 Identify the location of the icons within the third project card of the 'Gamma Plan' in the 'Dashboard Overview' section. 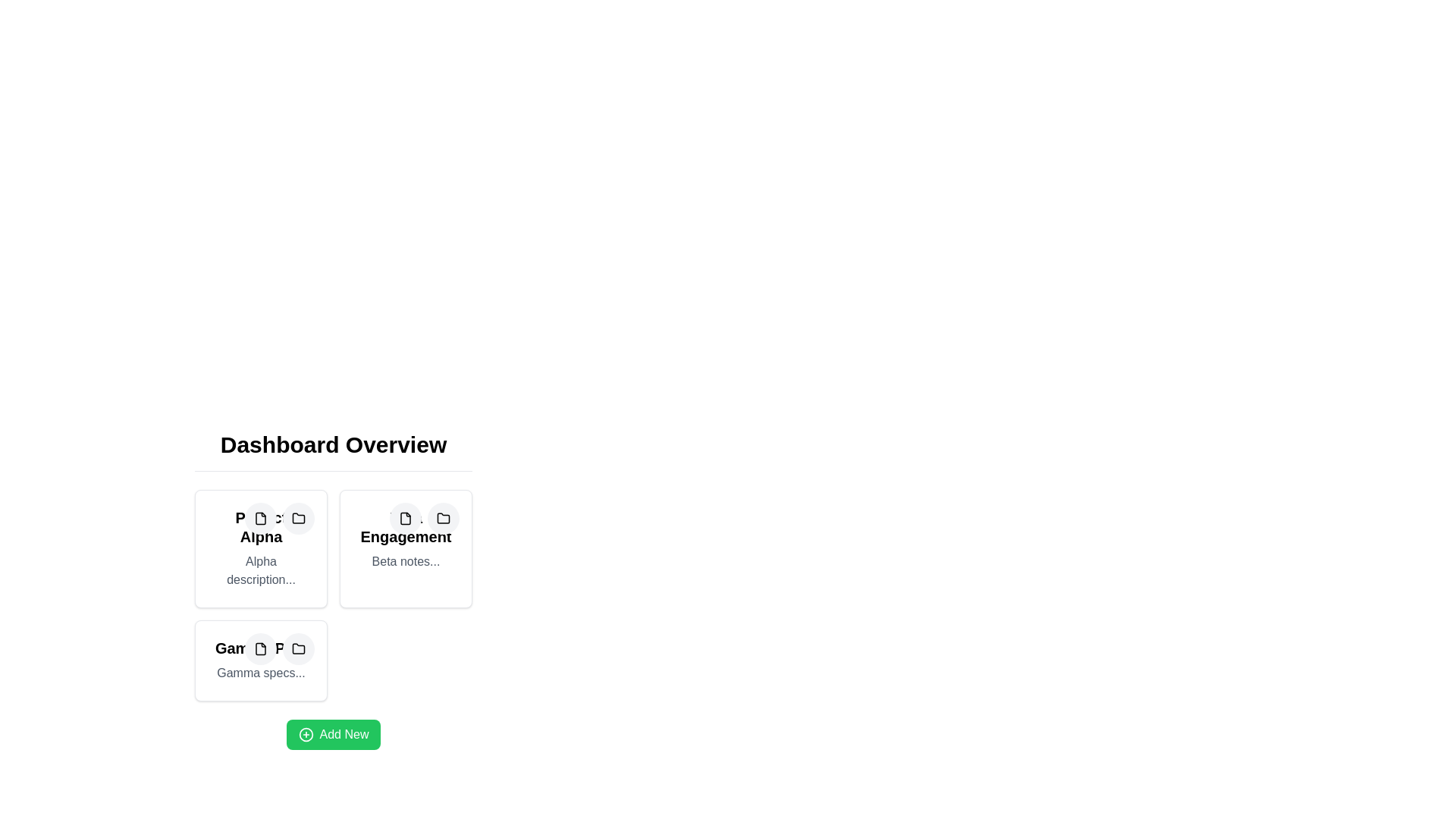
(261, 660).